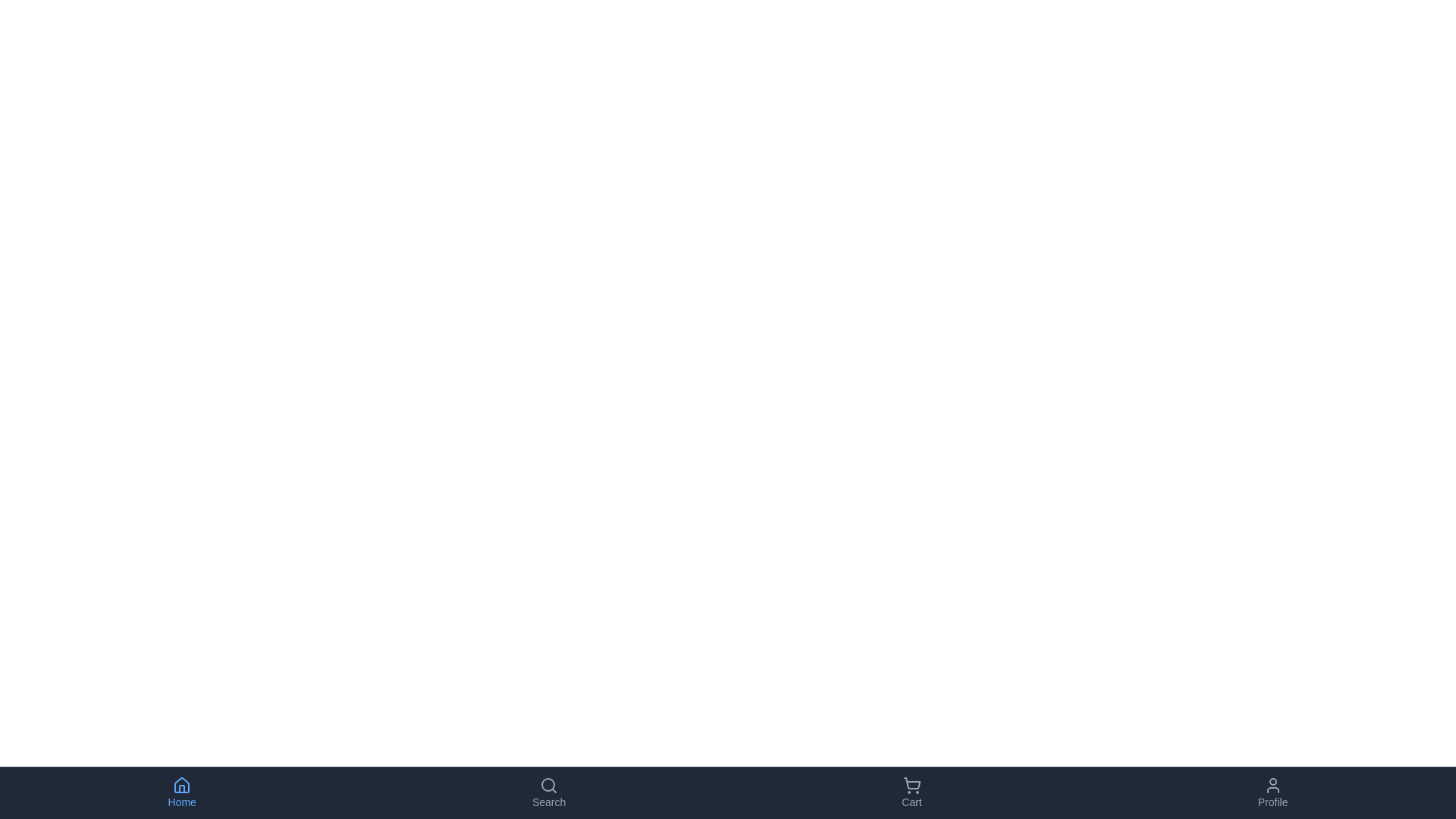 The height and width of the screenshot is (819, 1456). What do you see at coordinates (911, 785) in the screenshot?
I see `the shopping cart icon located in the bottom navigation bar` at bounding box center [911, 785].